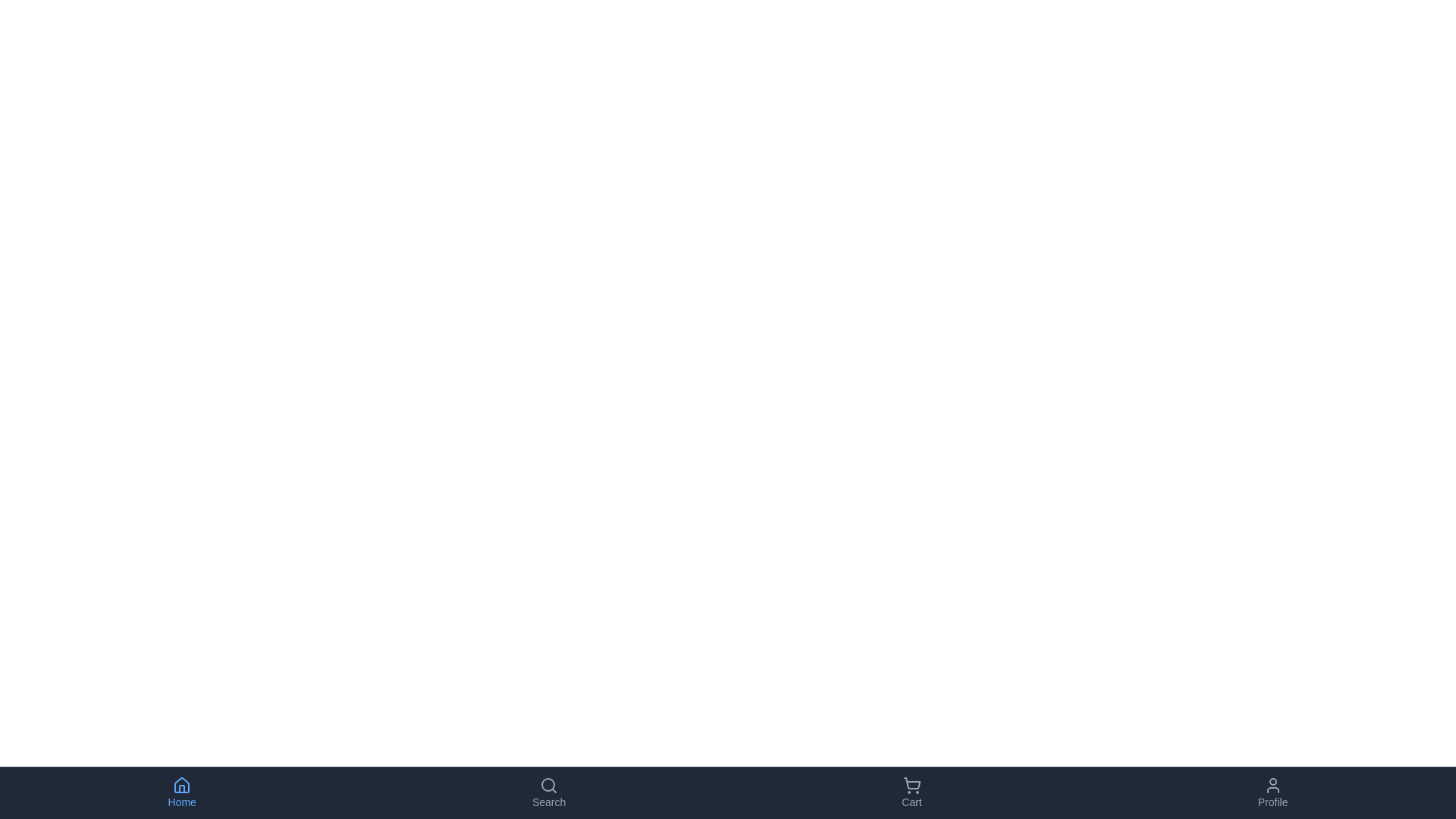 The height and width of the screenshot is (819, 1456). What do you see at coordinates (911, 785) in the screenshot?
I see `the shopping cart icon located in the bottom navigation bar` at bounding box center [911, 785].